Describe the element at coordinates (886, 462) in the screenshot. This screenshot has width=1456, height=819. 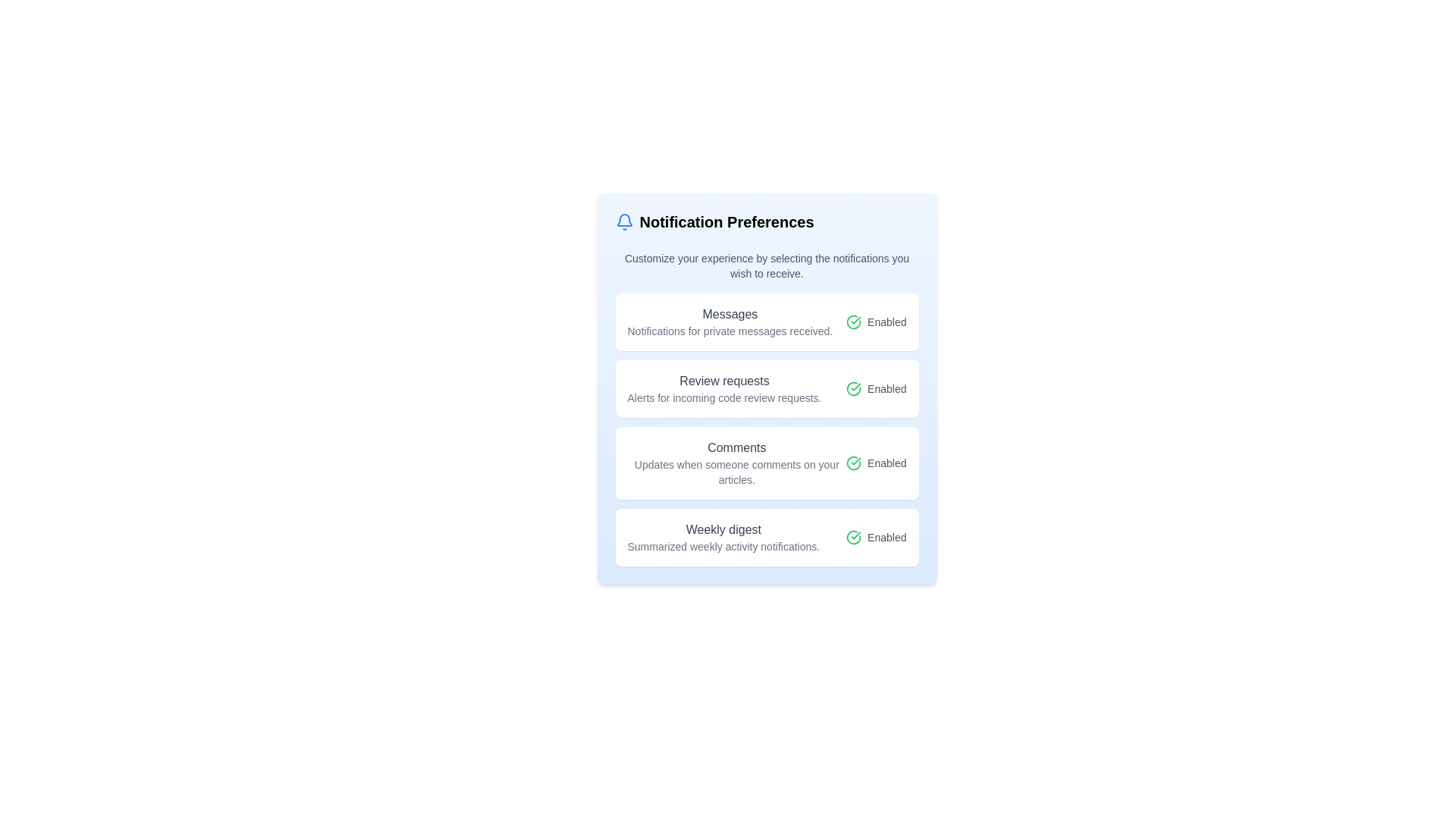
I see `the 'Enabled' text label, which is displayed in a small-sized, gray-colored font, located to the right of the green checkmark icon within the 'Comments' notification preference group` at that location.